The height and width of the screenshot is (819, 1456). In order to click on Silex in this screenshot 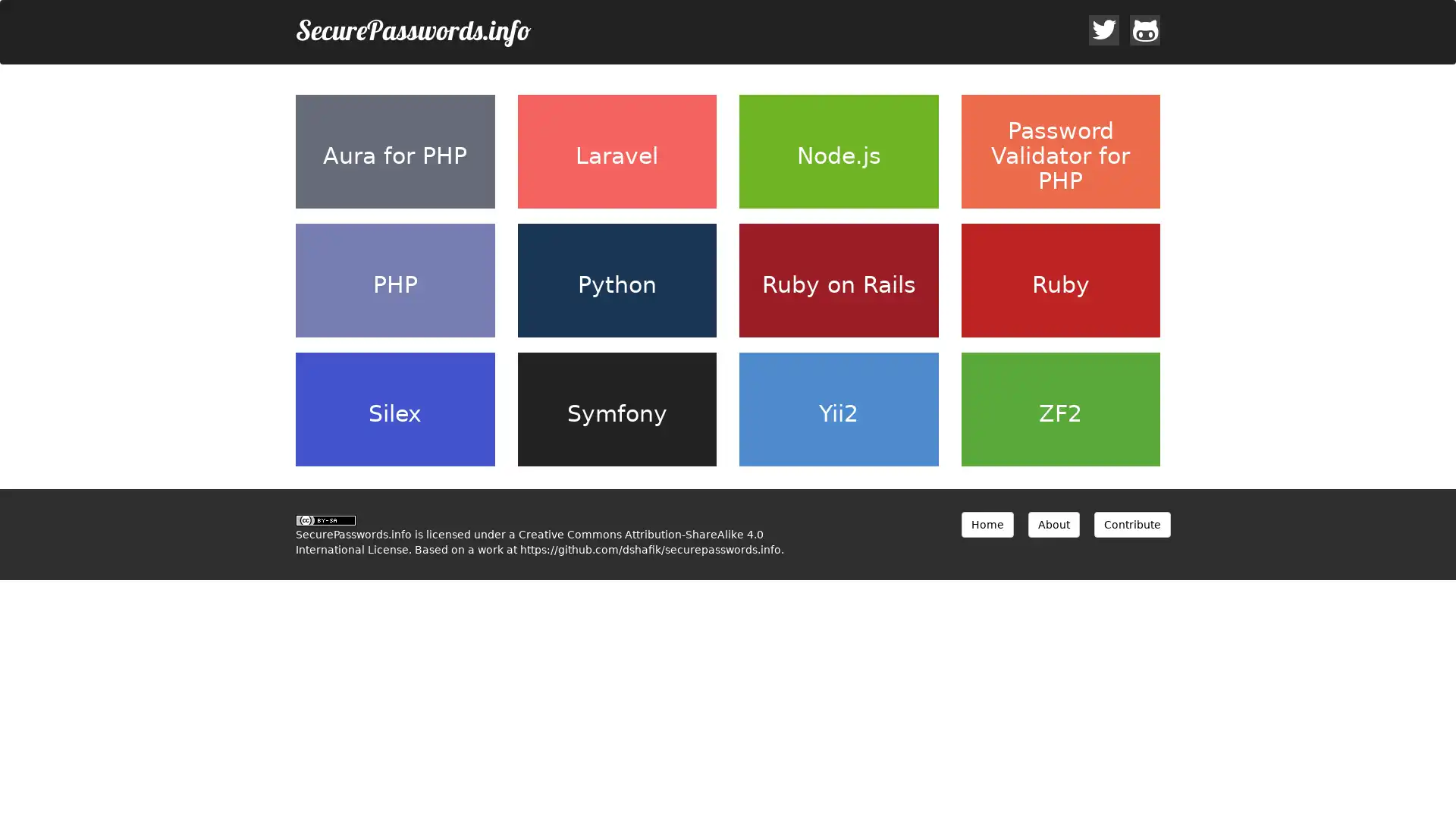, I will do `click(395, 409)`.